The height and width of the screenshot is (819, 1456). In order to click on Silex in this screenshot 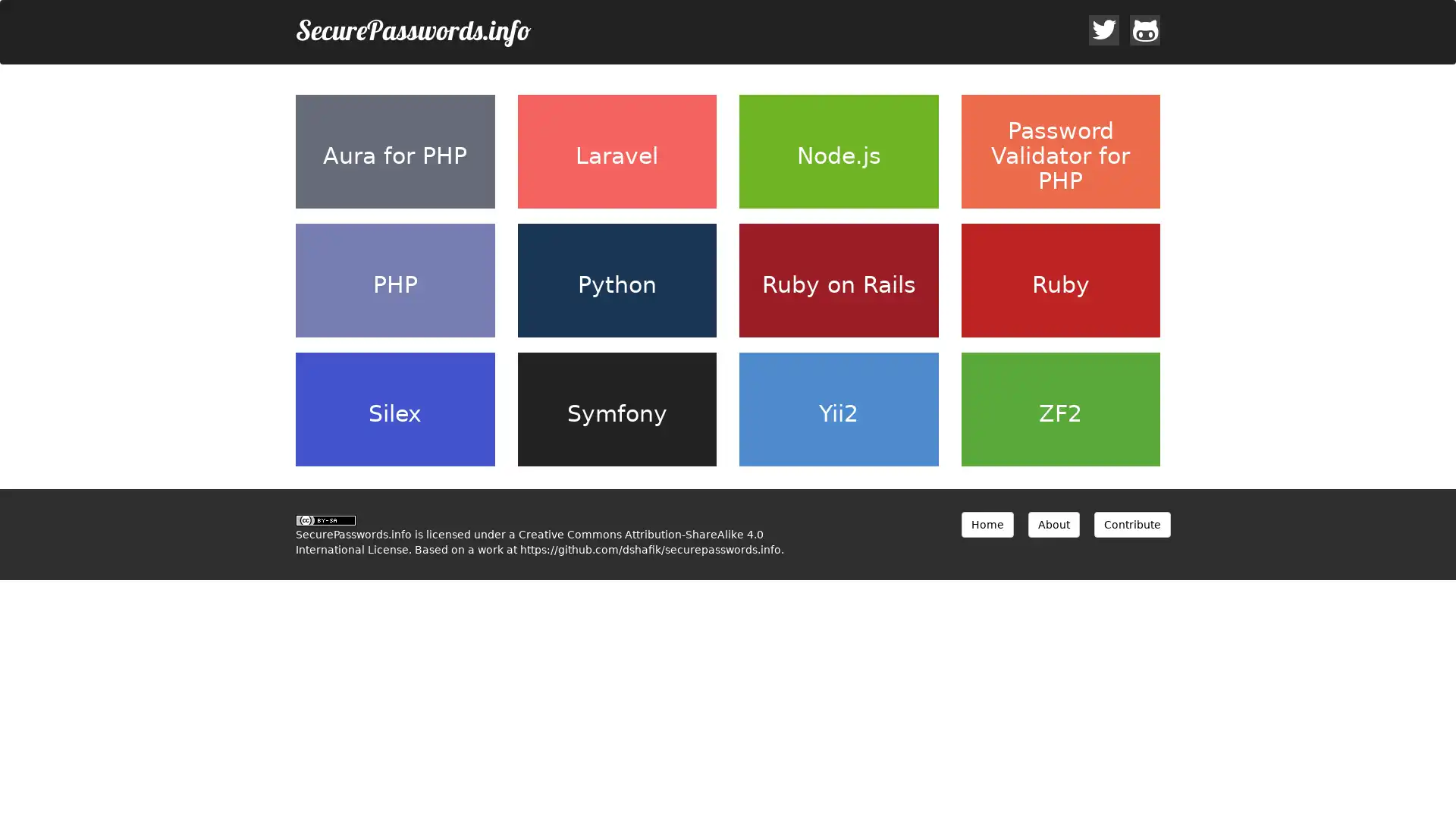, I will do `click(395, 409)`.